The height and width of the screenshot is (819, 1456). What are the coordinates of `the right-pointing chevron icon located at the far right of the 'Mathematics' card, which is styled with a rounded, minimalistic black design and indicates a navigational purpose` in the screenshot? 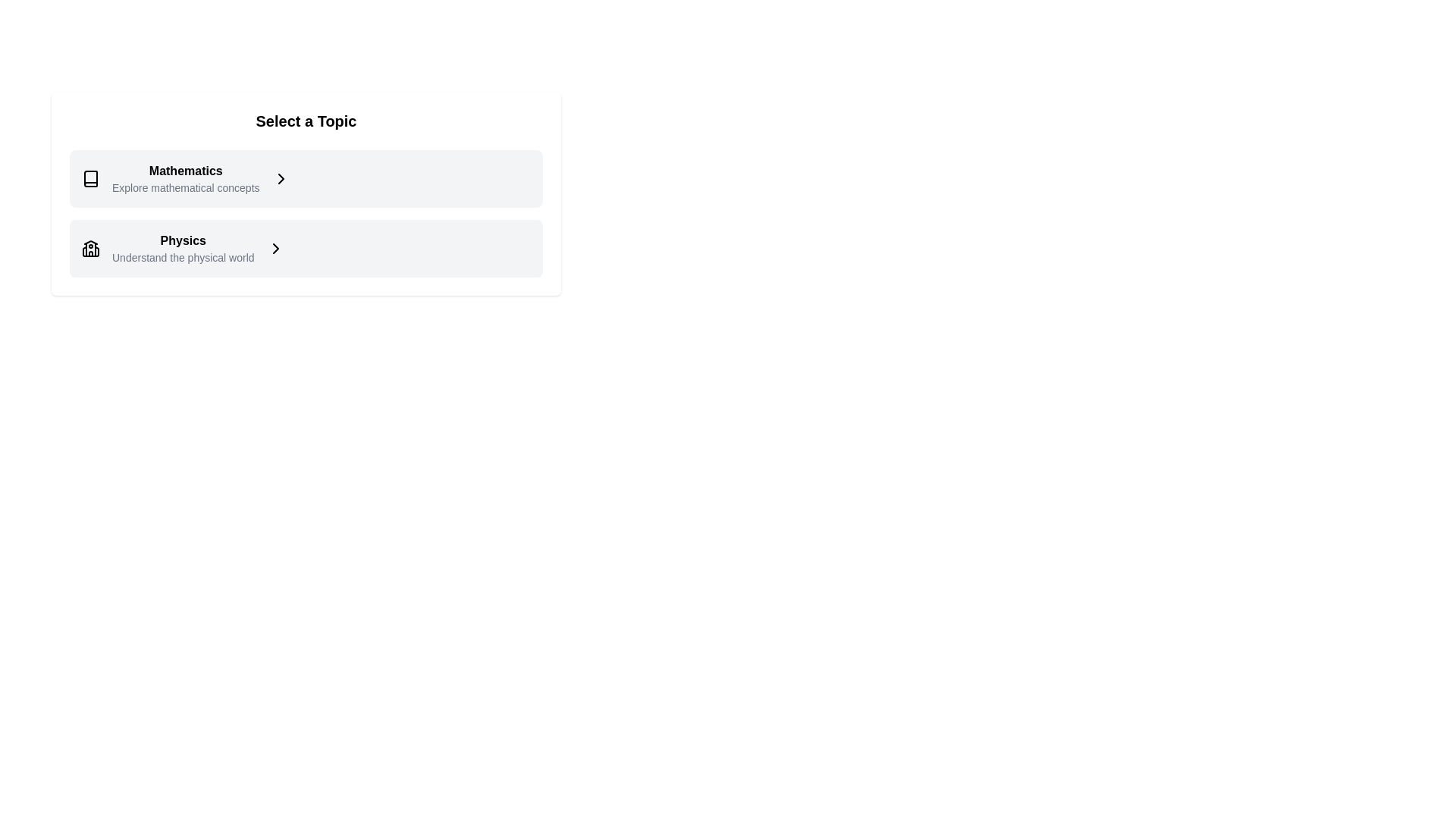 It's located at (281, 177).